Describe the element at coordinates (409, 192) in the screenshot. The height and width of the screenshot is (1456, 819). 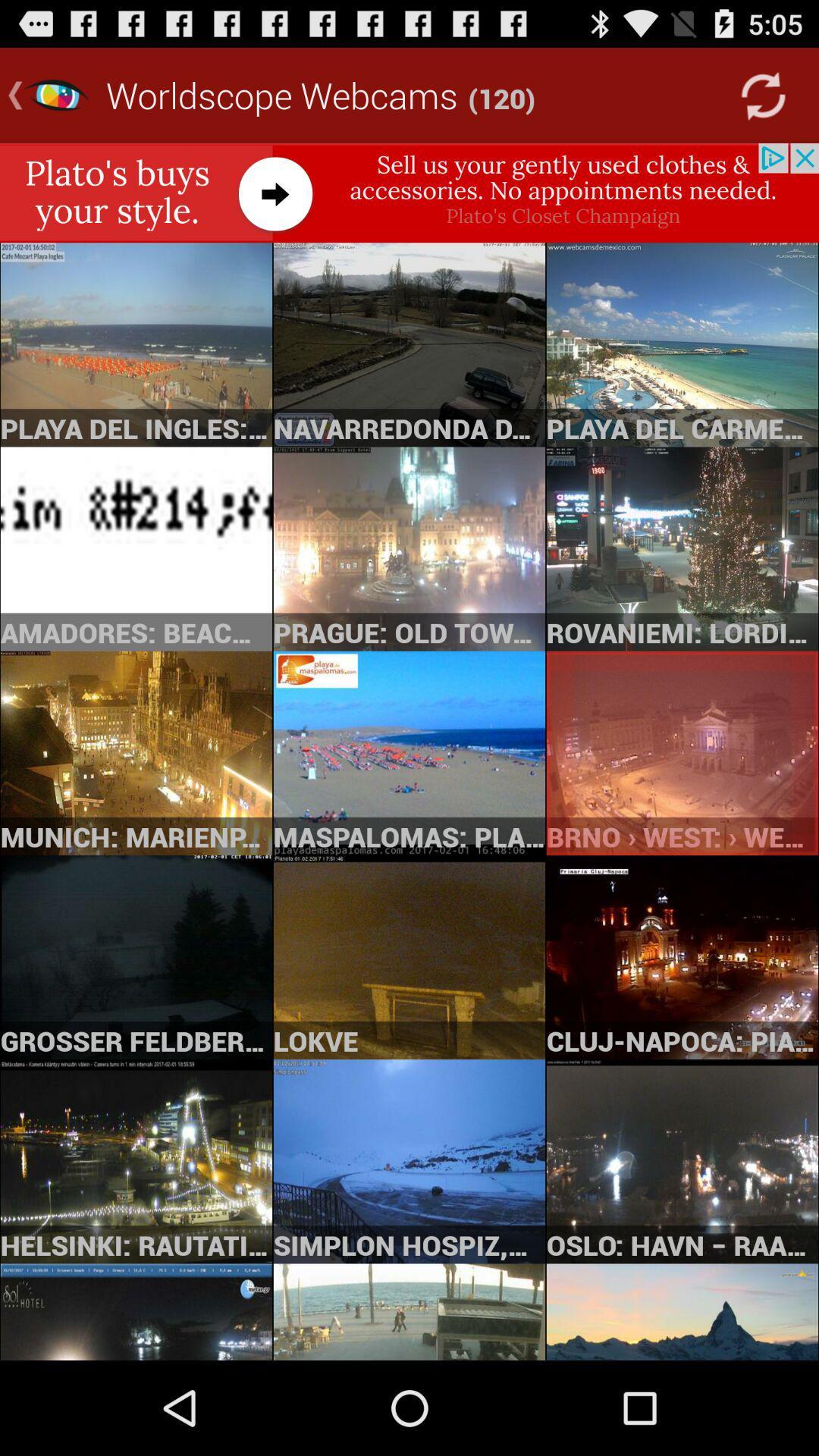
I see `advertisement` at that location.